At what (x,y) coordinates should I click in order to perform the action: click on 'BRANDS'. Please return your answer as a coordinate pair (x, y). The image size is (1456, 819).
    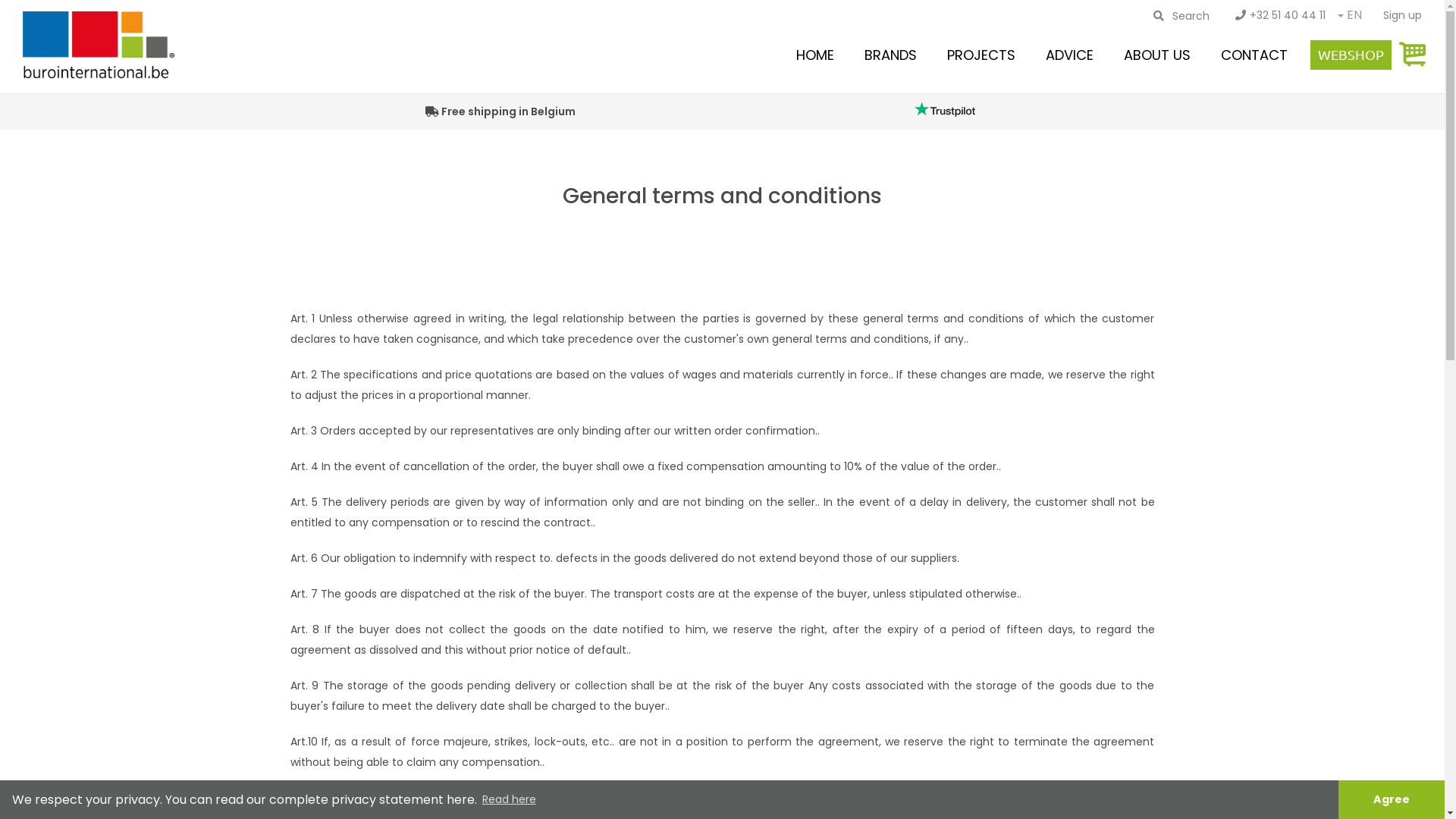
    Looking at the image, I should click on (890, 54).